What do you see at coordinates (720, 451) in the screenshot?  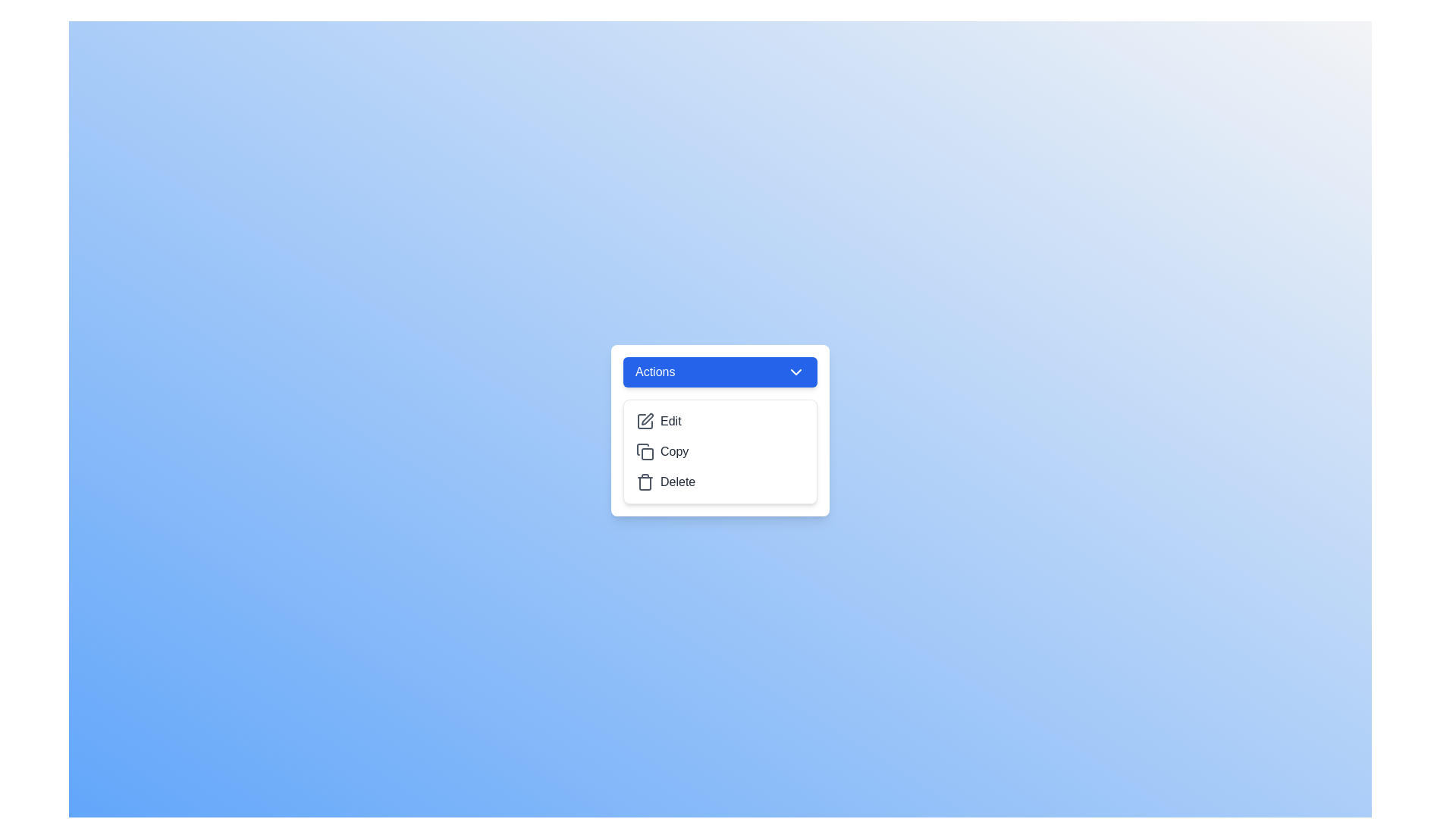 I see `the menu list containing options for 'Edit', 'Copy', and 'Delete', which is located centrally below the 'Actions' dropdown button` at bounding box center [720, 451].